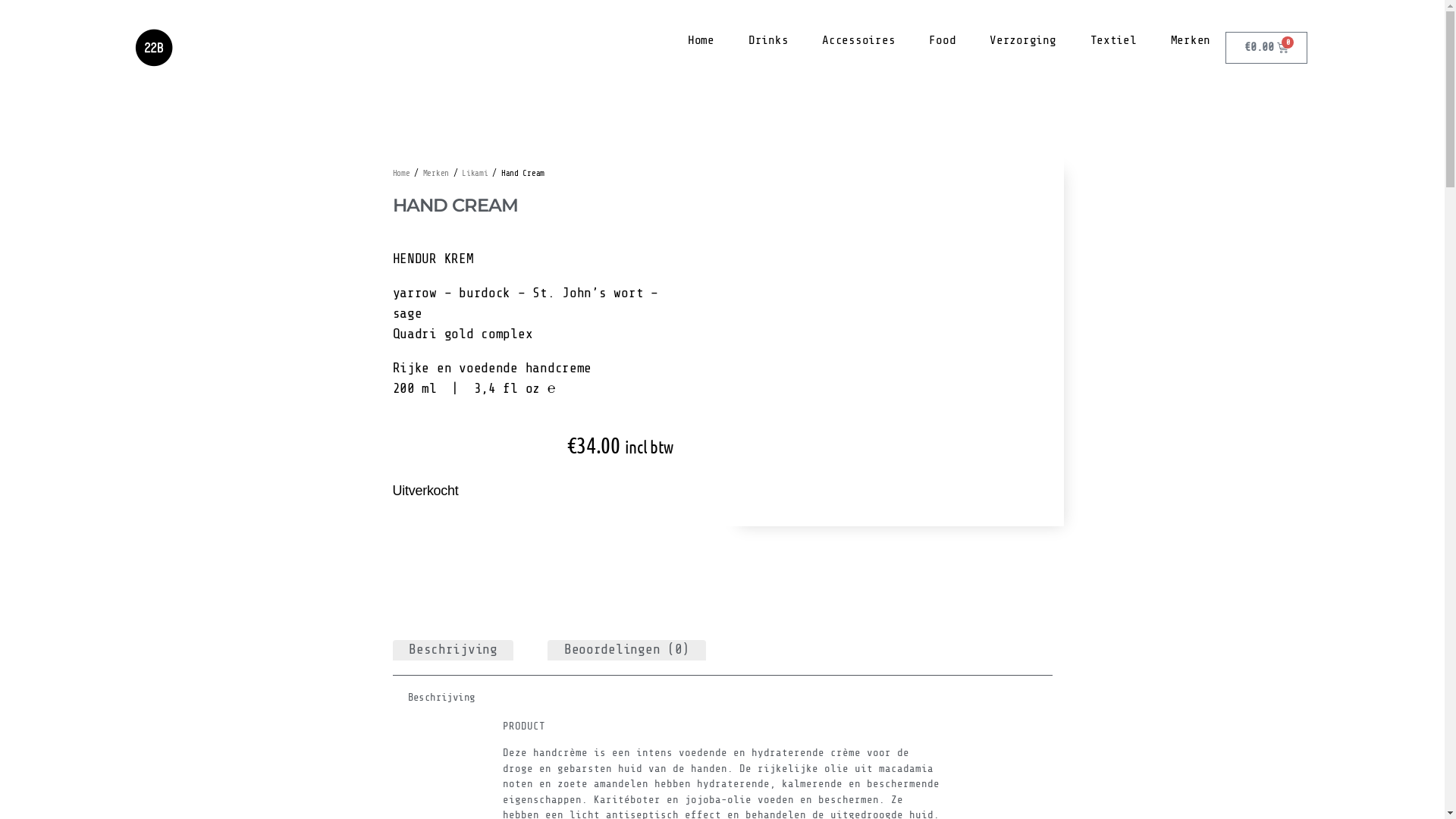 Image resolution: width=1456 pixels, height=819 pixels. Describe the element at coordinates (435, 172) in the screenshot. I see `'Merken'` at that location.